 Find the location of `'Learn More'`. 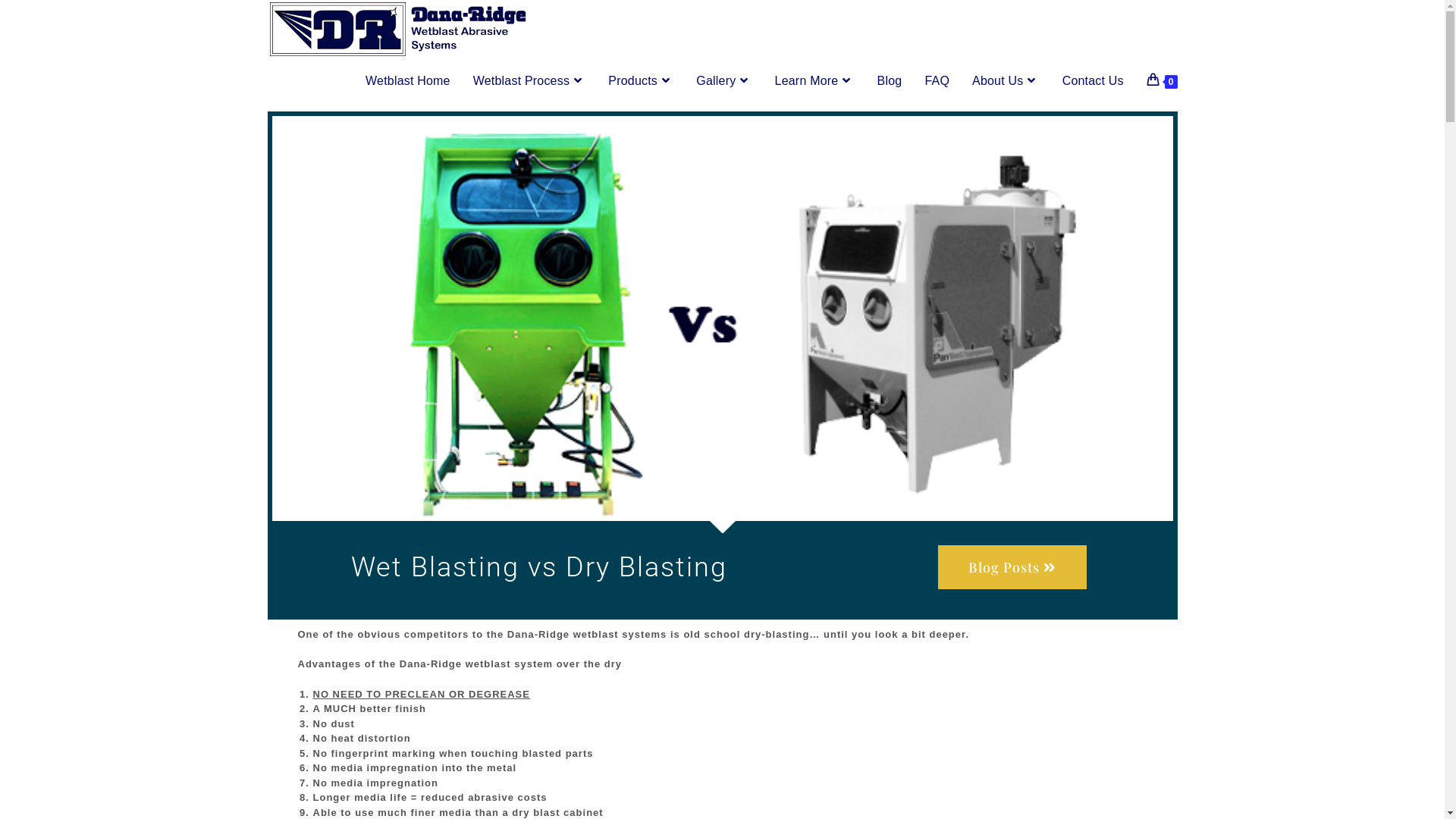

'Learn More' is located at coordinates (814, 81).